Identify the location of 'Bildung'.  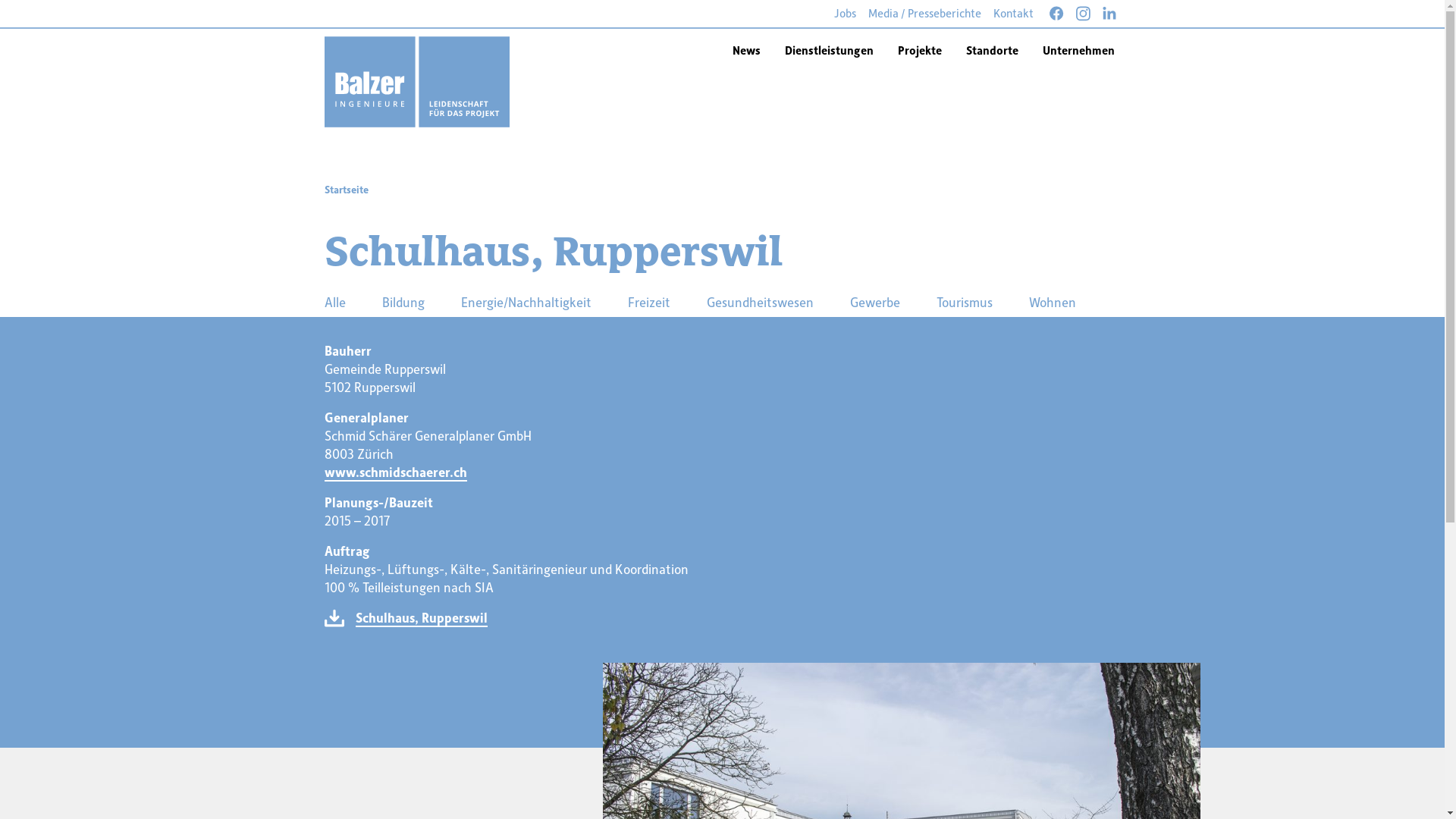
(403, 301).